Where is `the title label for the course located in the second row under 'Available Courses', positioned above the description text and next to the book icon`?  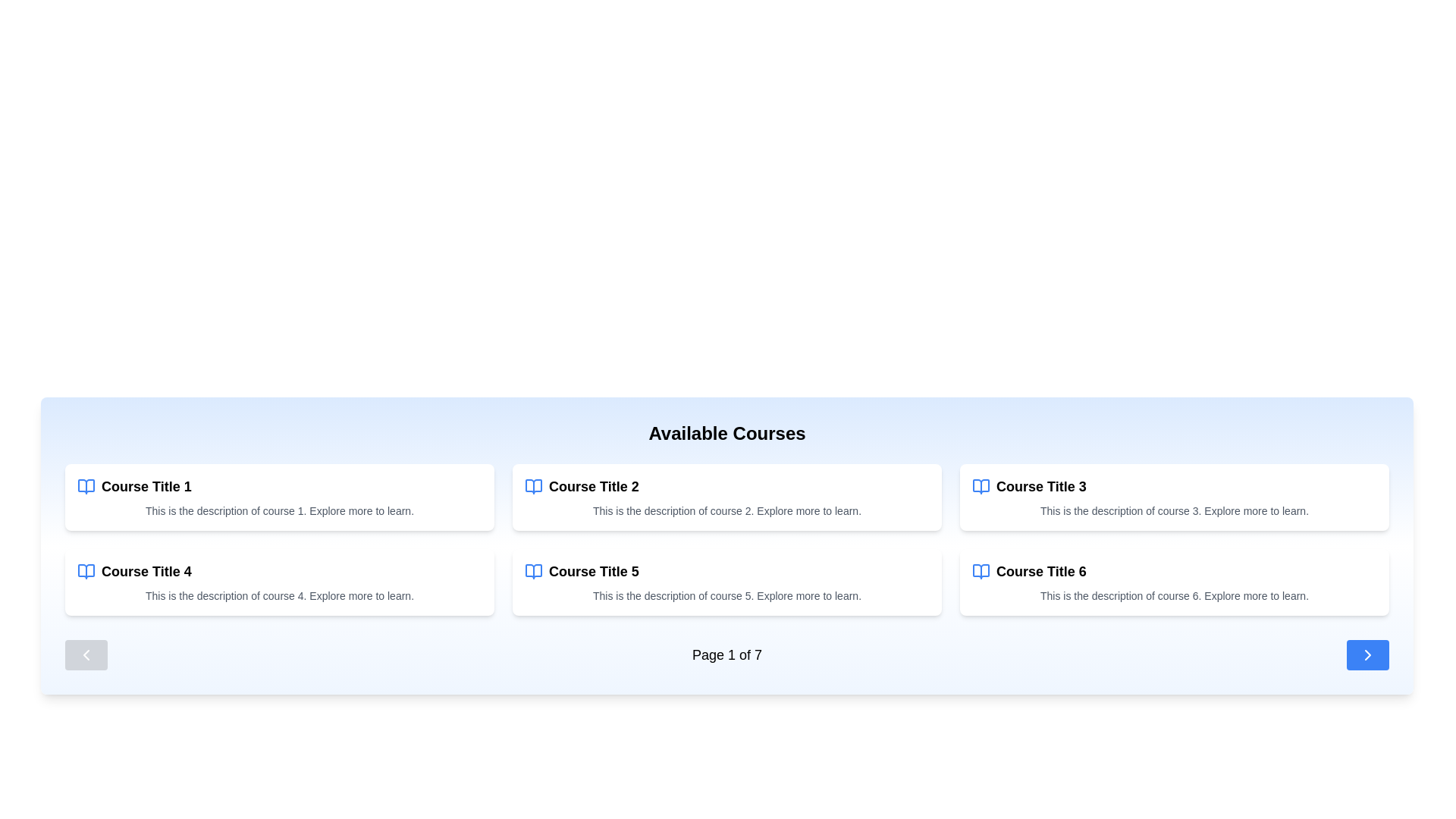 the title label for the course located in the second row under 'Available Courses', positioned above the description text and next to the book icon is located at coordinates (146, 571).